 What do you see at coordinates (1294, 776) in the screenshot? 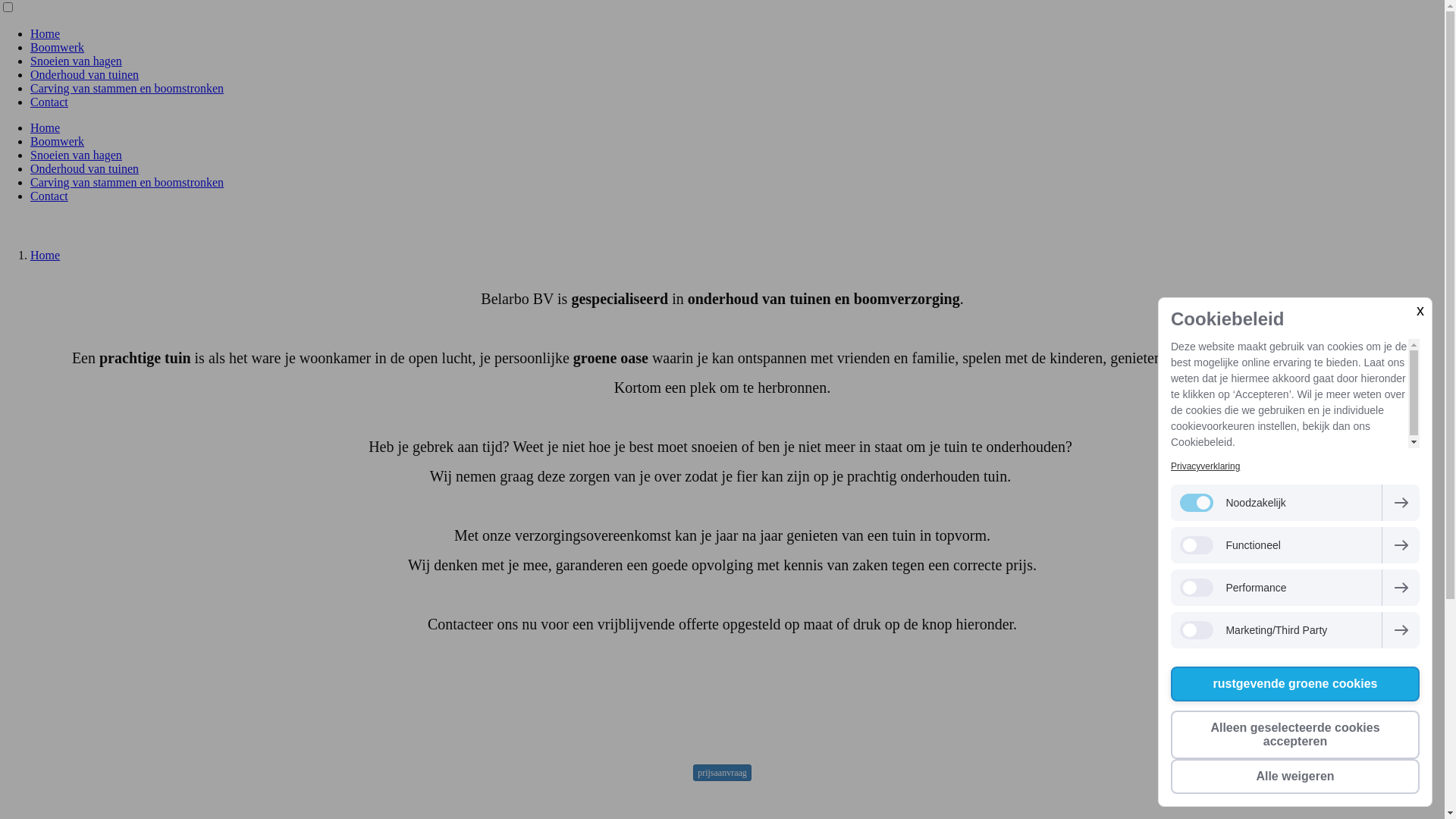
I see `'Alle weigeren'` at bounding box center [1294, 776].